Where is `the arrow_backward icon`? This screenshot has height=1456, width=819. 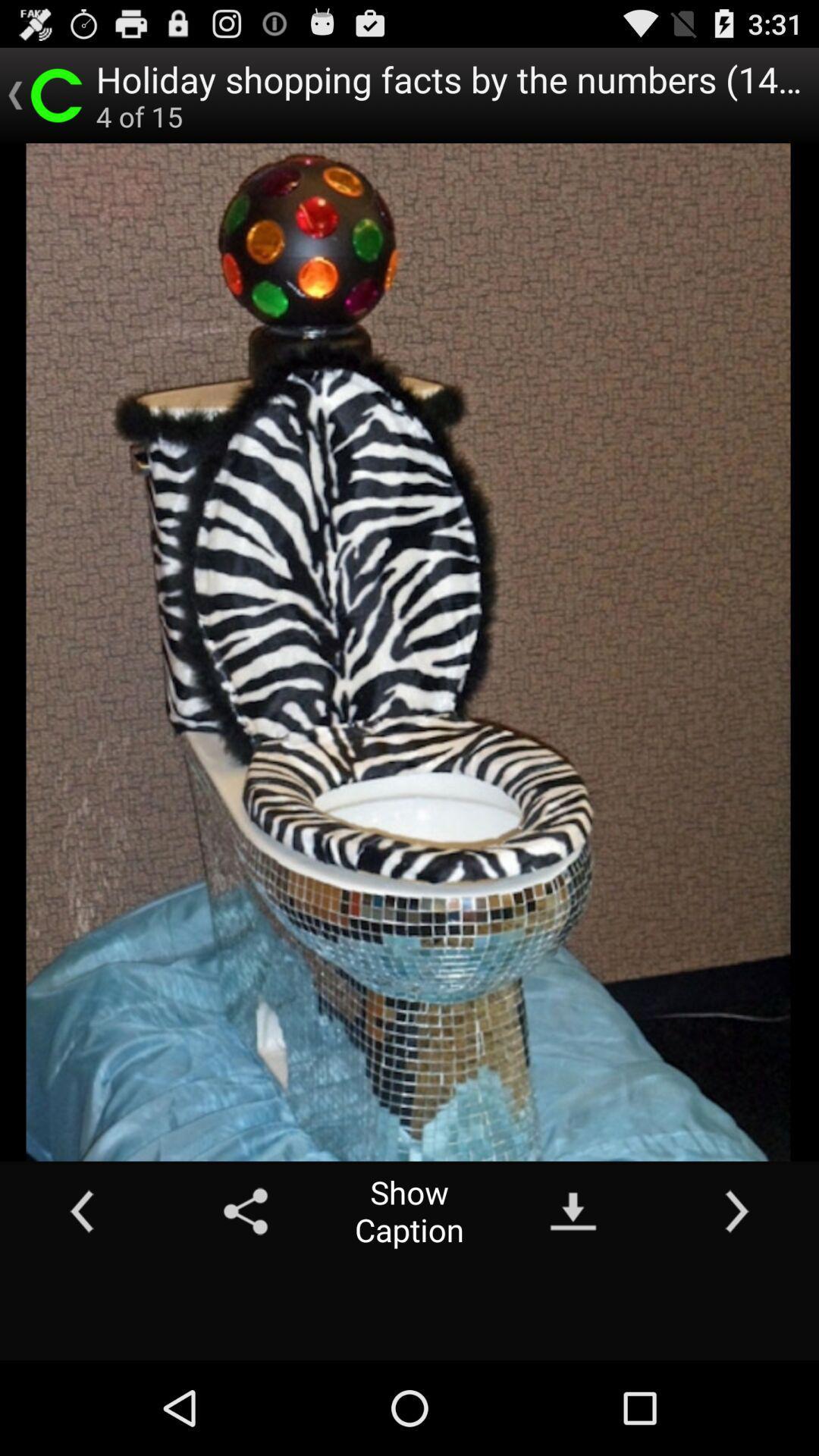 the arrow_backward icon is located at coordinates (82, 1295).